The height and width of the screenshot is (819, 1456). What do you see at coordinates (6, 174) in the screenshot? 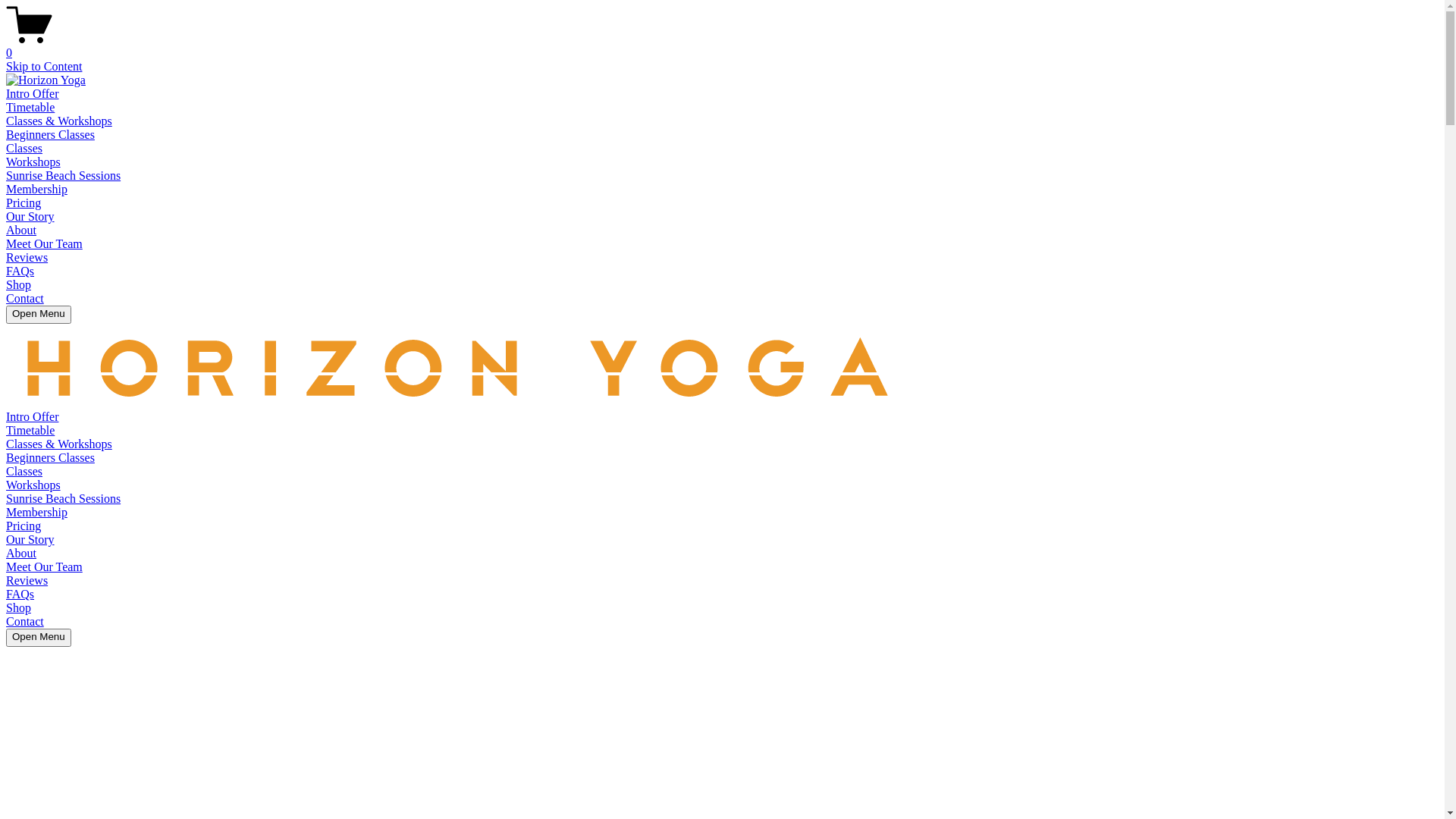
I see `'Sunrise Beach Sessions'` at bounding box center [6, 174].